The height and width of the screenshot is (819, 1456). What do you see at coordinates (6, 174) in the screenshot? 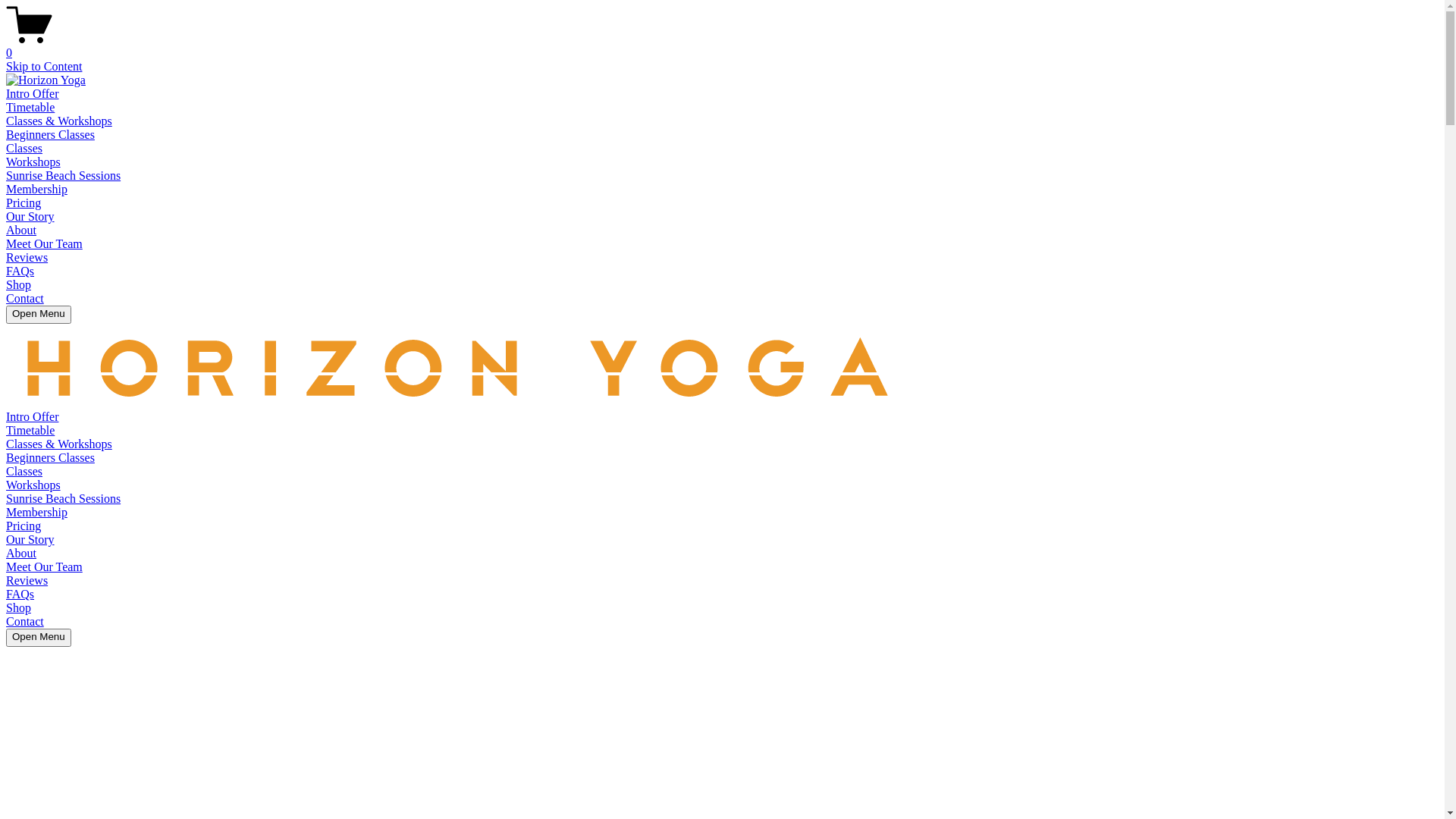
I see `'Sunrise Beach Sessions'` at bounding box center [6, 174].